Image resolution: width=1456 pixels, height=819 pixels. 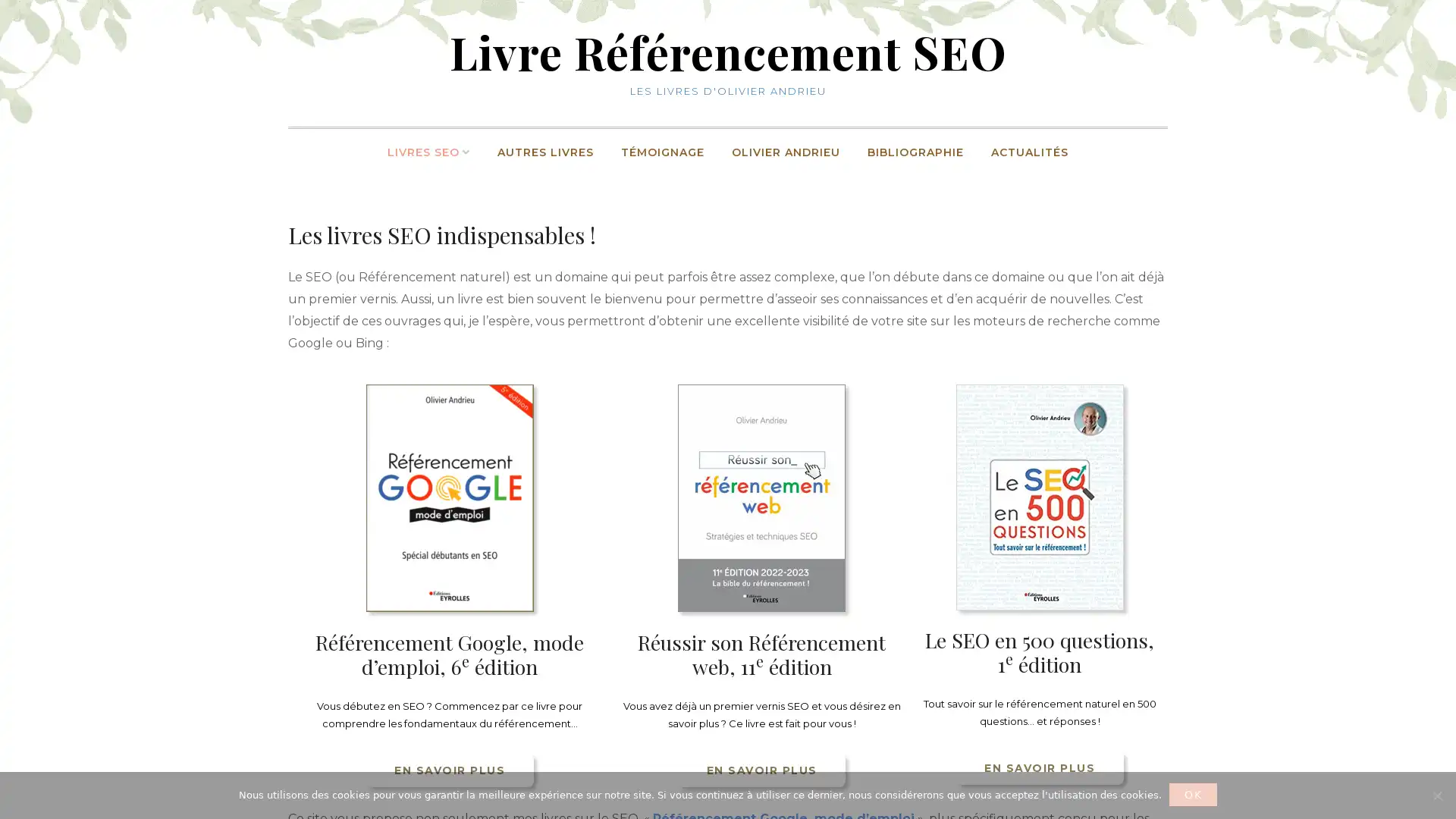 I want to click on EN SAVOIR PLUS, so click(x=1038, y=767).